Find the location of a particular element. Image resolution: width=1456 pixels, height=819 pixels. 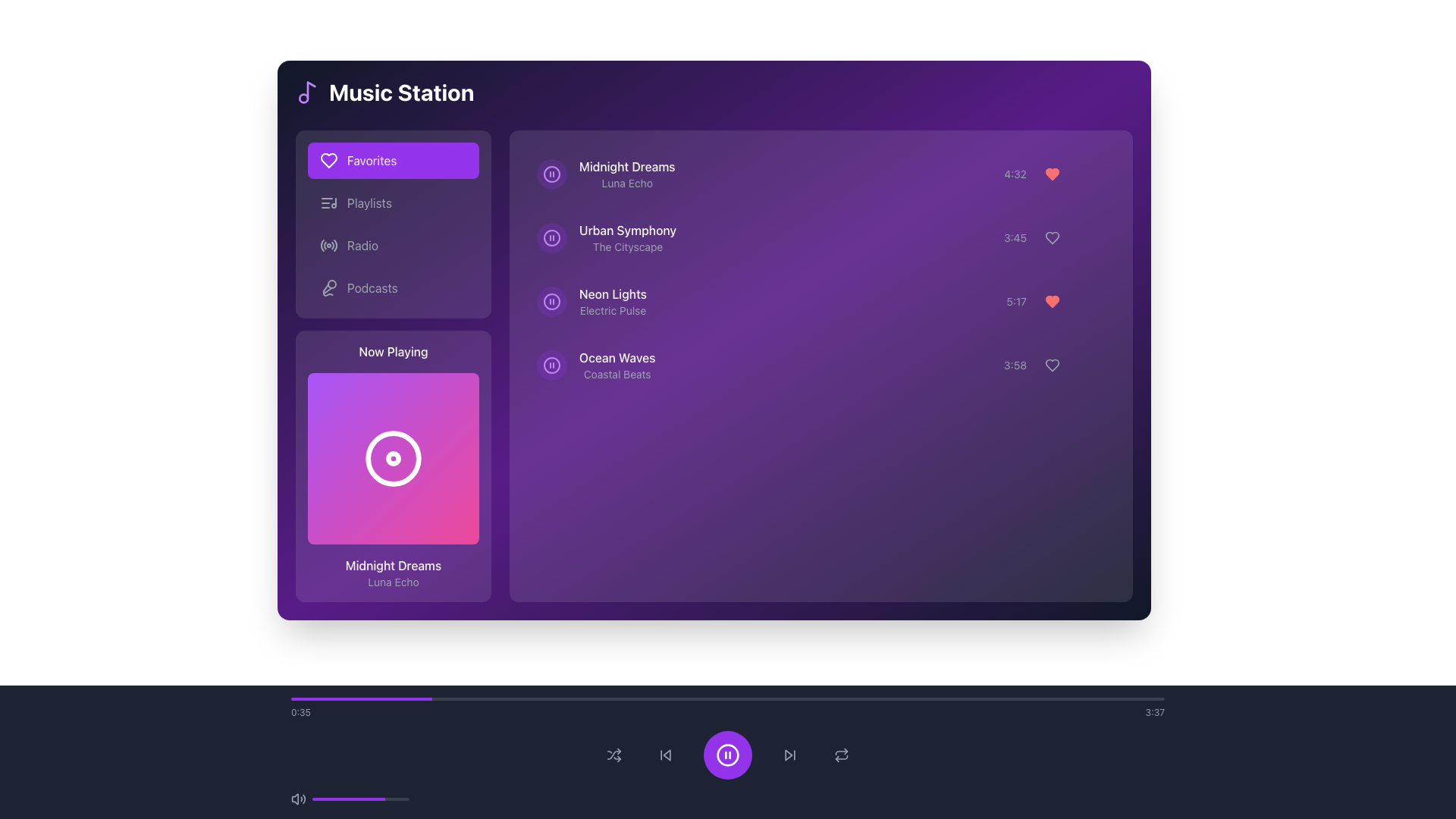

the left-facing double arrow button is located at coordinates (666, 755).